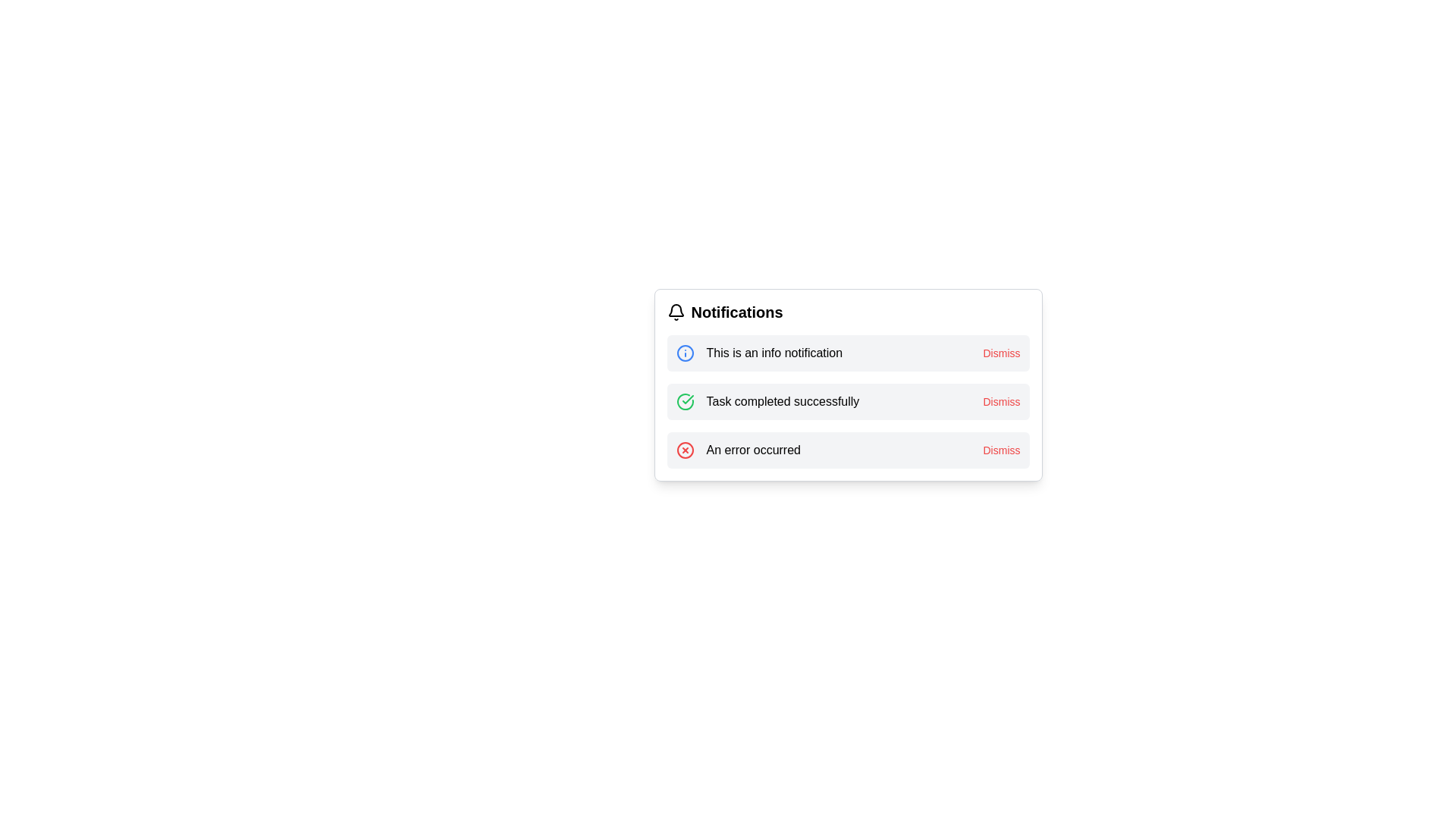  What do you see at coordinates (847, 400) in the screenshot?
I see `the second notification in the vertically stacked list` at bounding box center [847, 400].